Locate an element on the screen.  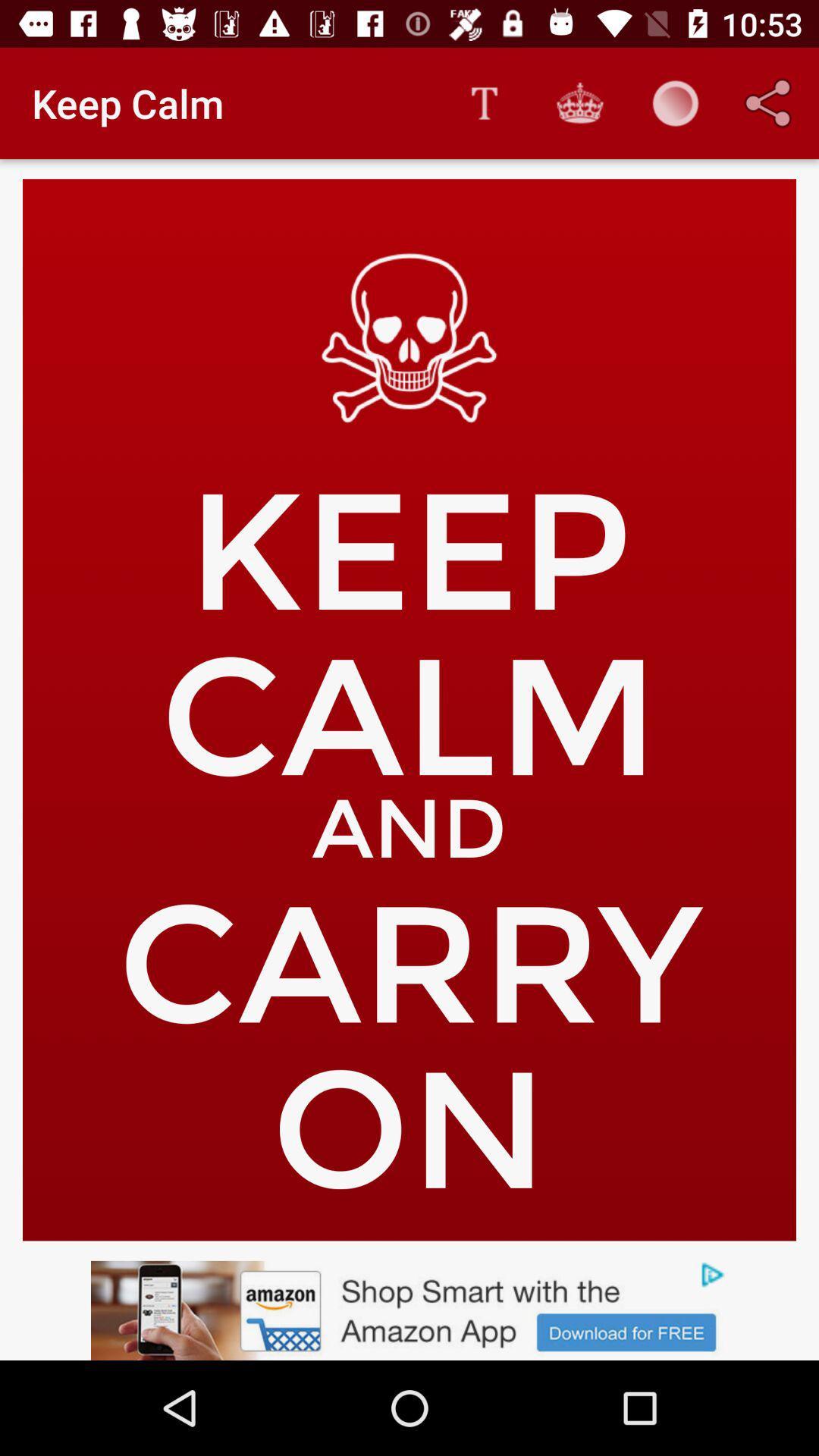
the app next to keep calm is located at coordinates (485, 102).